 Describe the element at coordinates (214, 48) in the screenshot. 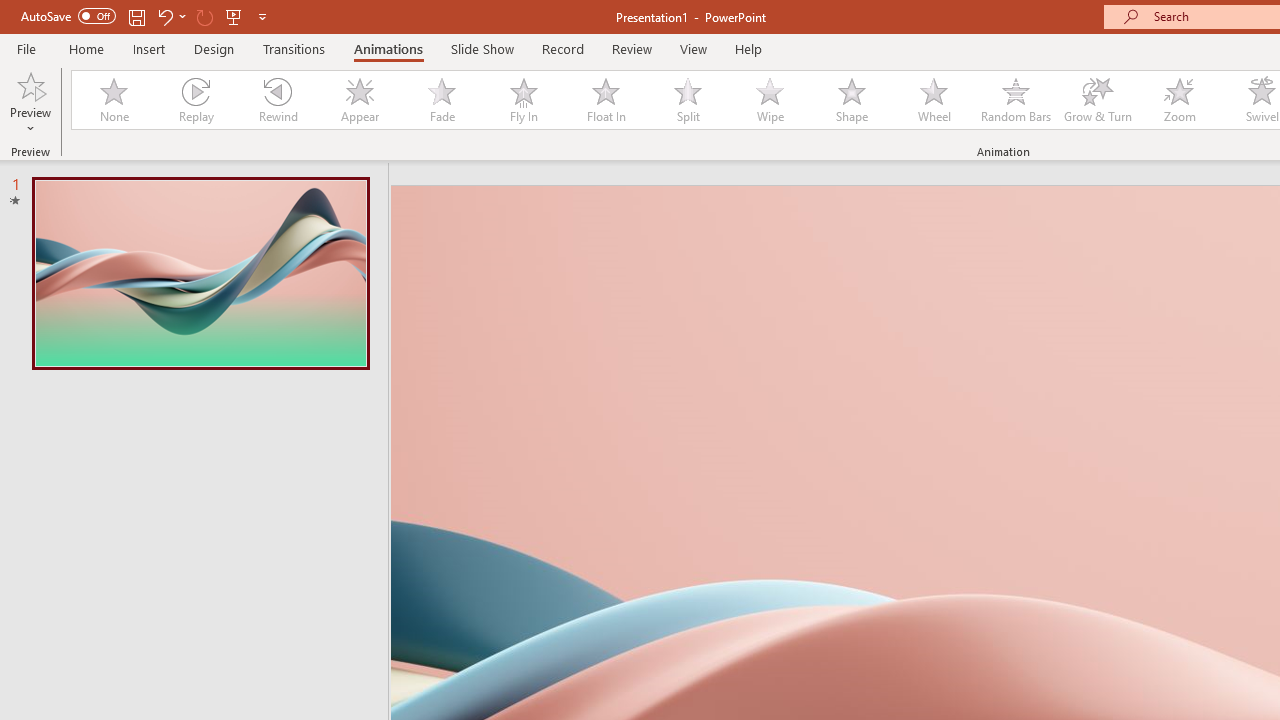

I see `'Design'` at that location.